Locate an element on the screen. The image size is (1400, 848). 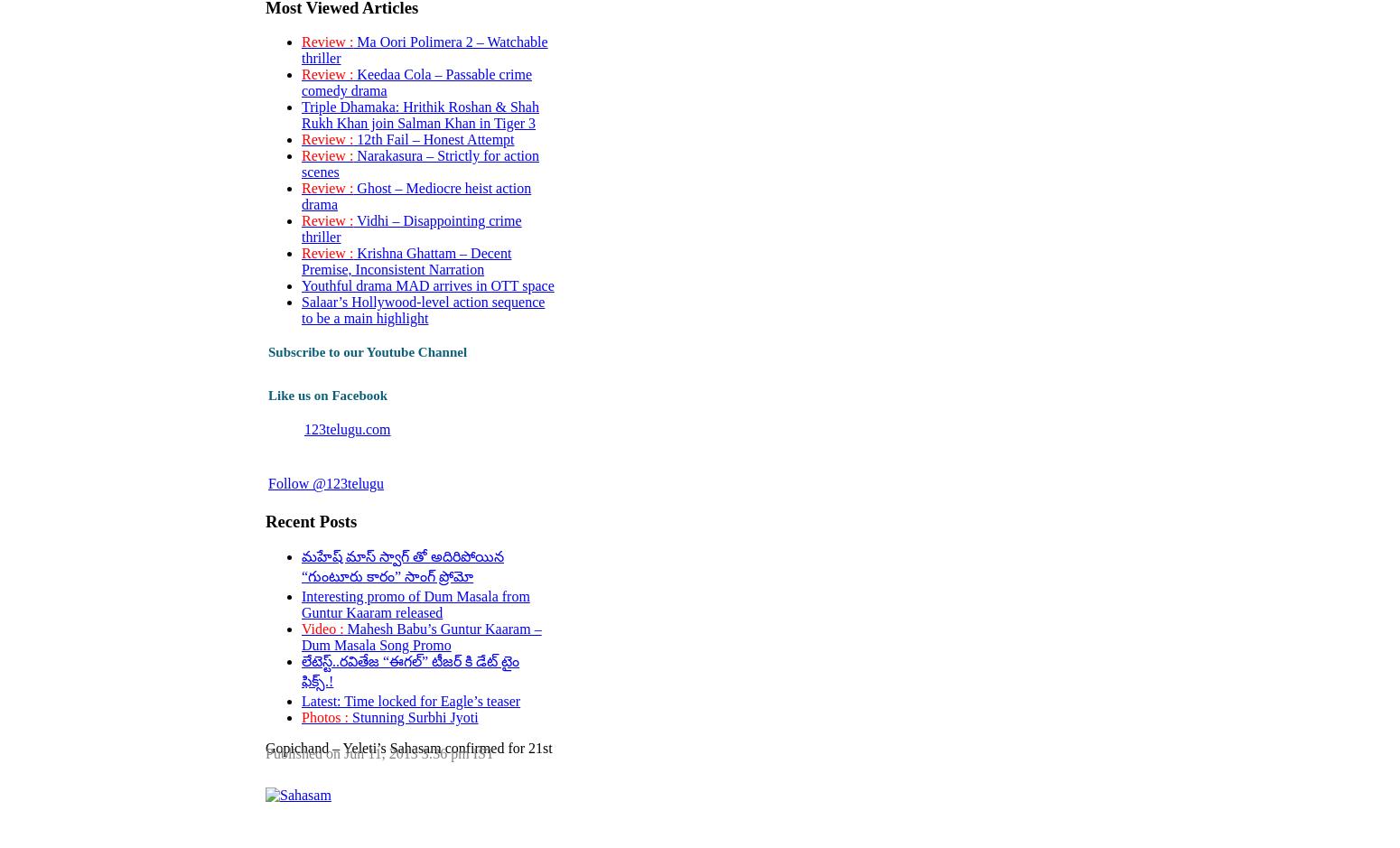
'12th Fail – Honest Attempt' is located at coordinates (433, 139).